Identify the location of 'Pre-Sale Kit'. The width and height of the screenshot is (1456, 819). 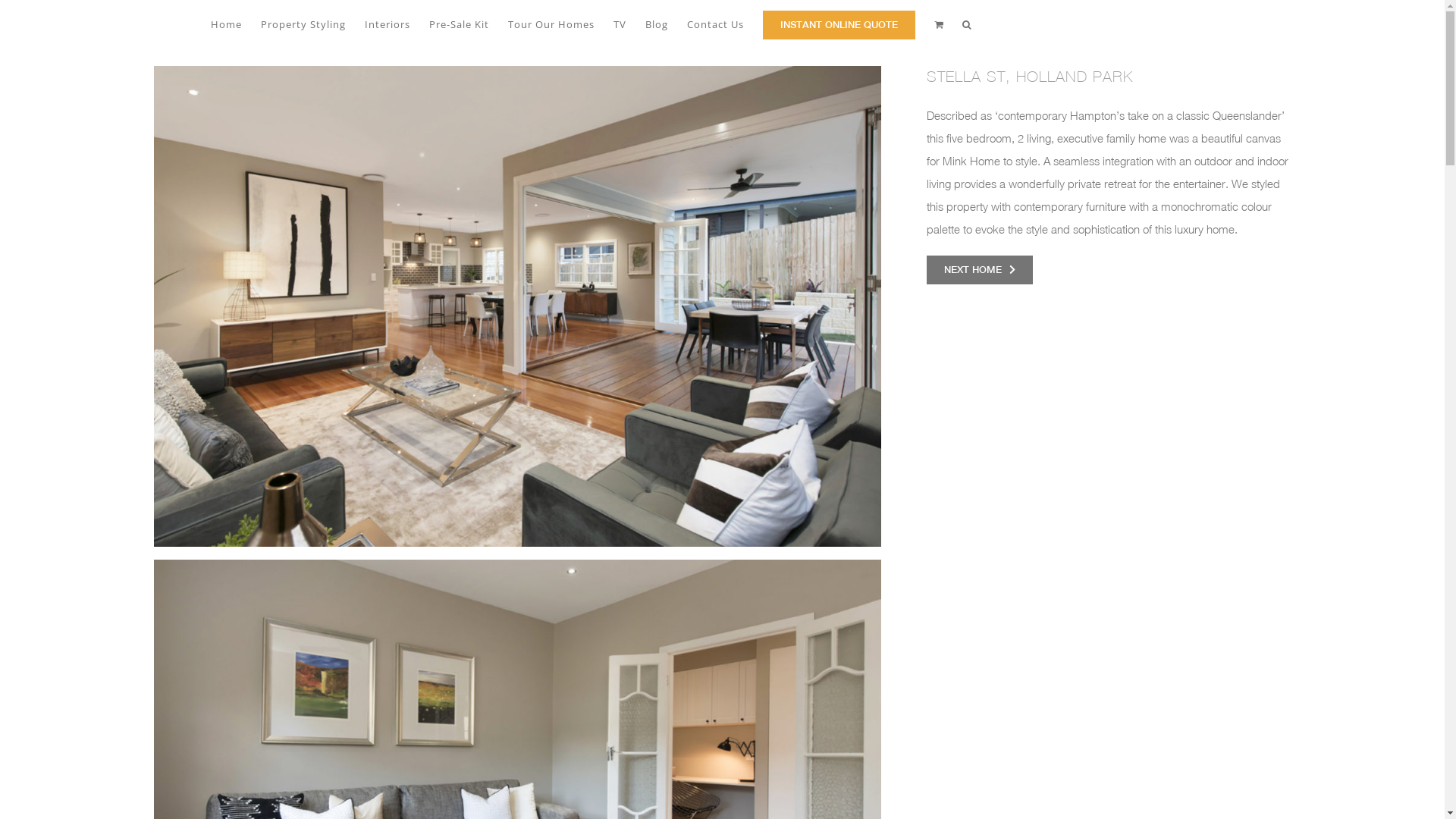
(428, 23).